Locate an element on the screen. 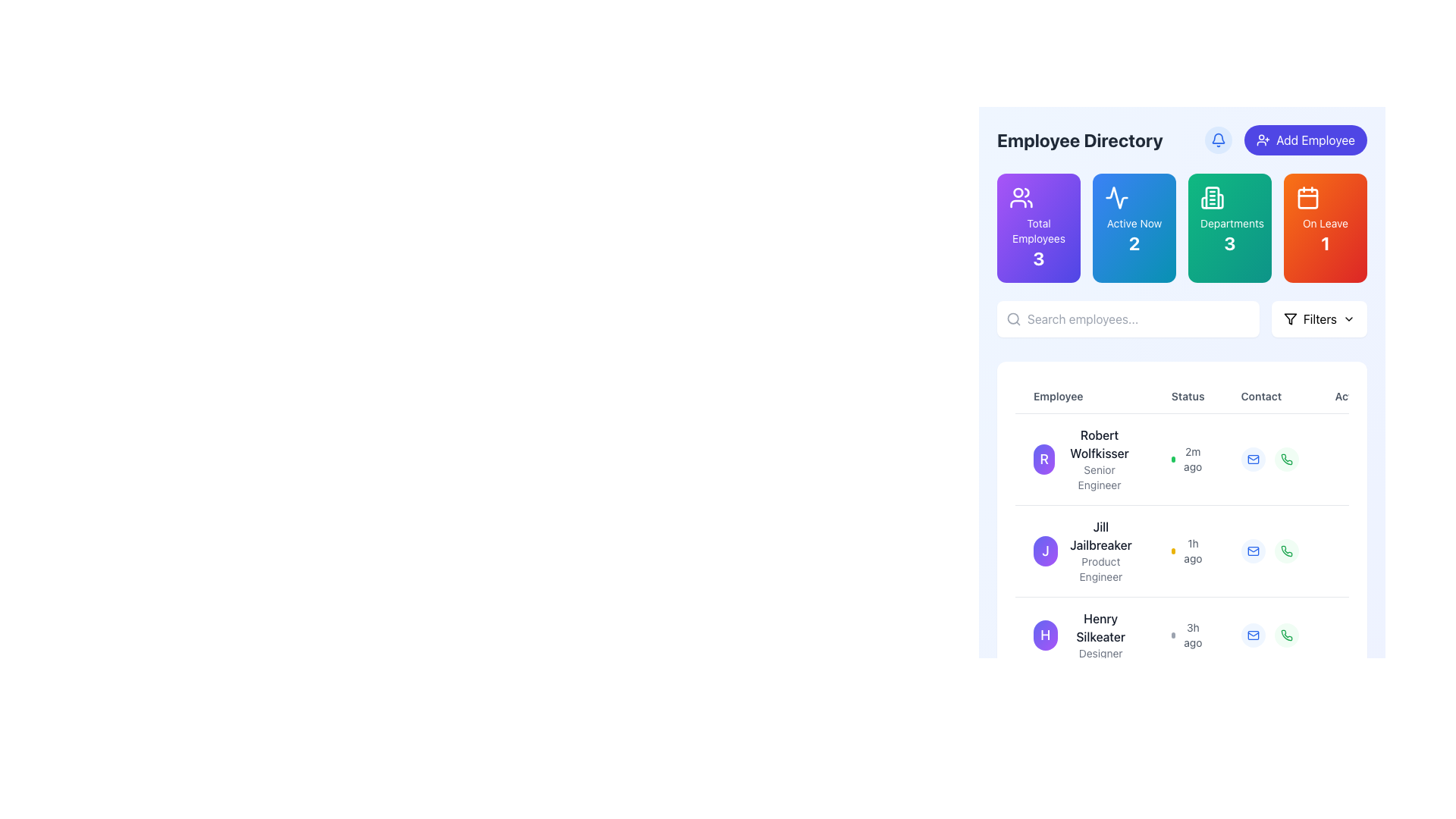  the graphical representation of the 'Active Now' SVG Icon located within the blue 'Active Now' card, which is the second card under the 'Employee Directory' title is located at coordinates (1117, 197).